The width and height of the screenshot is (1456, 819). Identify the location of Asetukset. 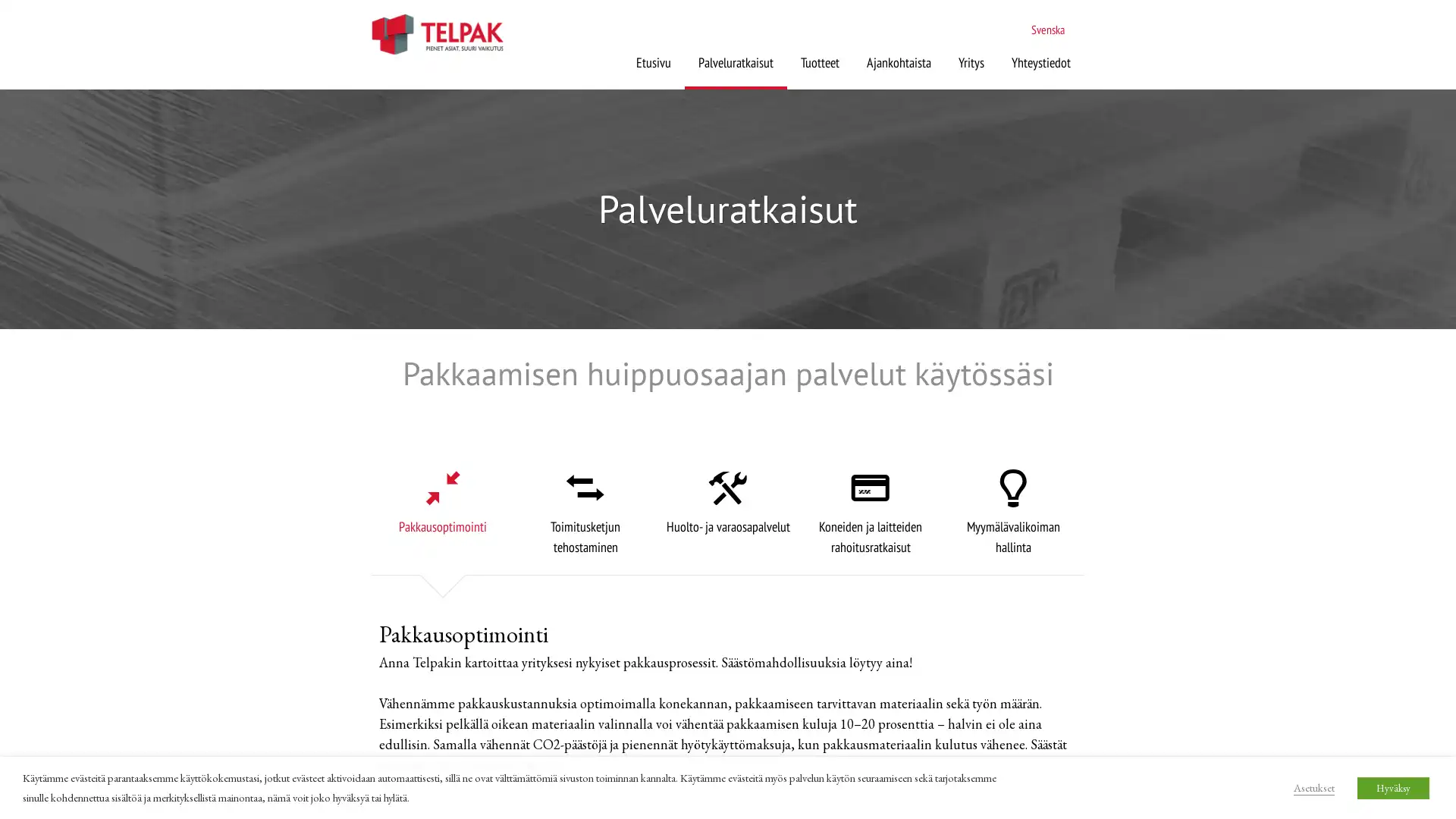
(1313, 786).